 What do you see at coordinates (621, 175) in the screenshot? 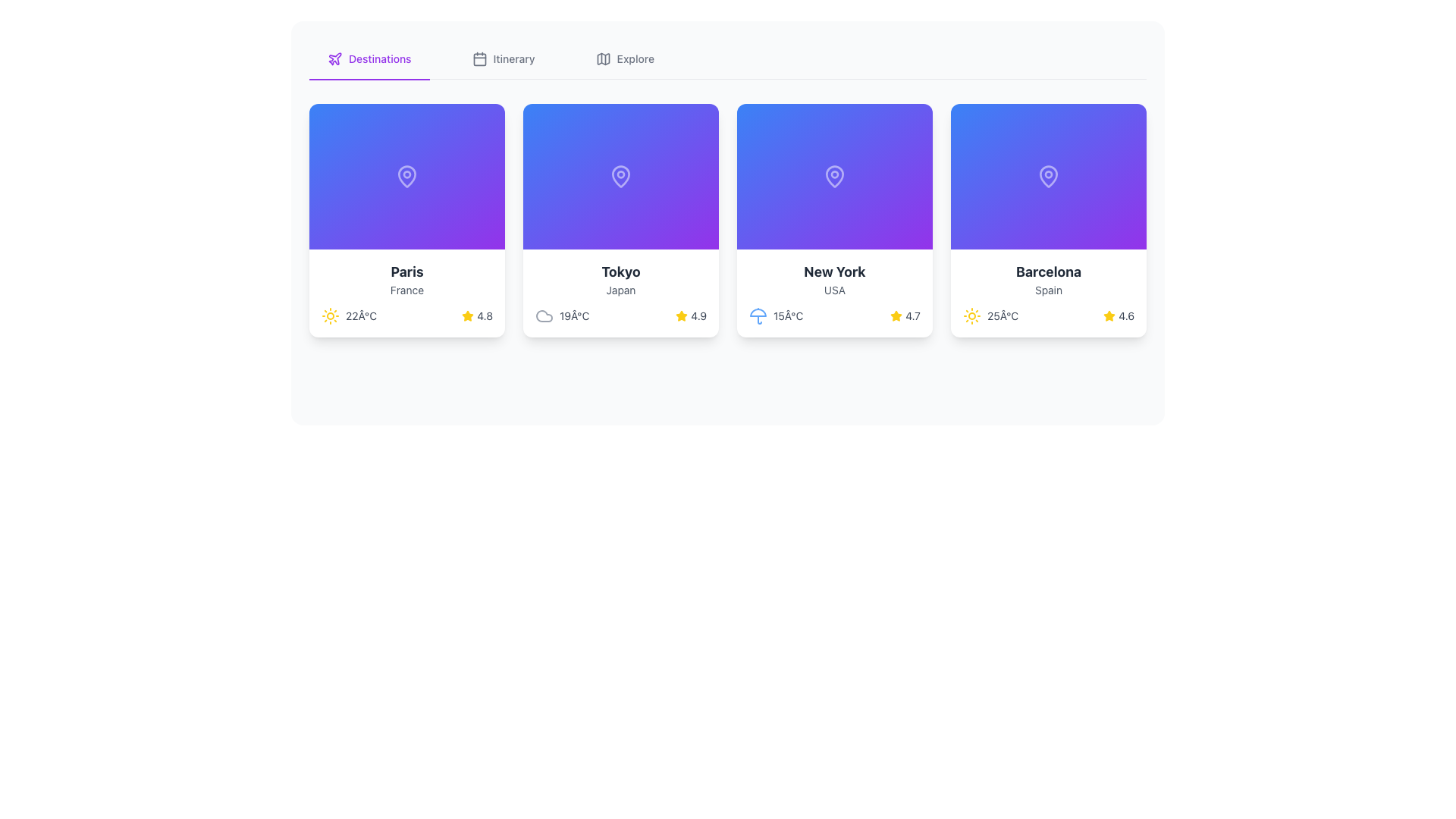
I see `the map pin icon located in the top section of the 'Tokyo, Japan' card under the 'Destinations' tab` at bounding box center [621, 175].